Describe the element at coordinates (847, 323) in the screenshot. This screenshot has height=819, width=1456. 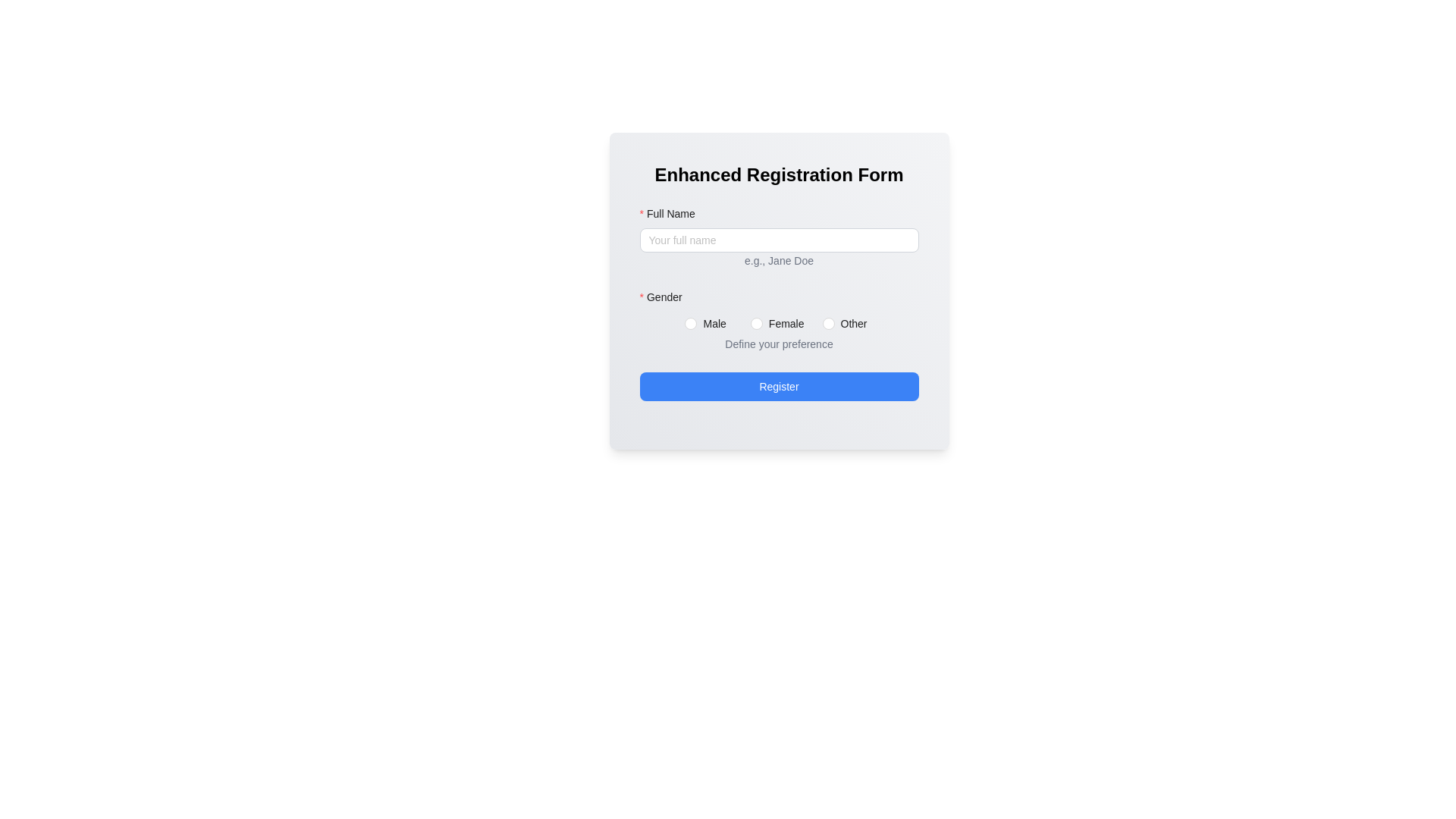
I see `the 'Other' radio button, which is the third radio button in a horizontal group labeled 'Male', 'Female', and 'Other', located under the 'Gender' label` at that location.